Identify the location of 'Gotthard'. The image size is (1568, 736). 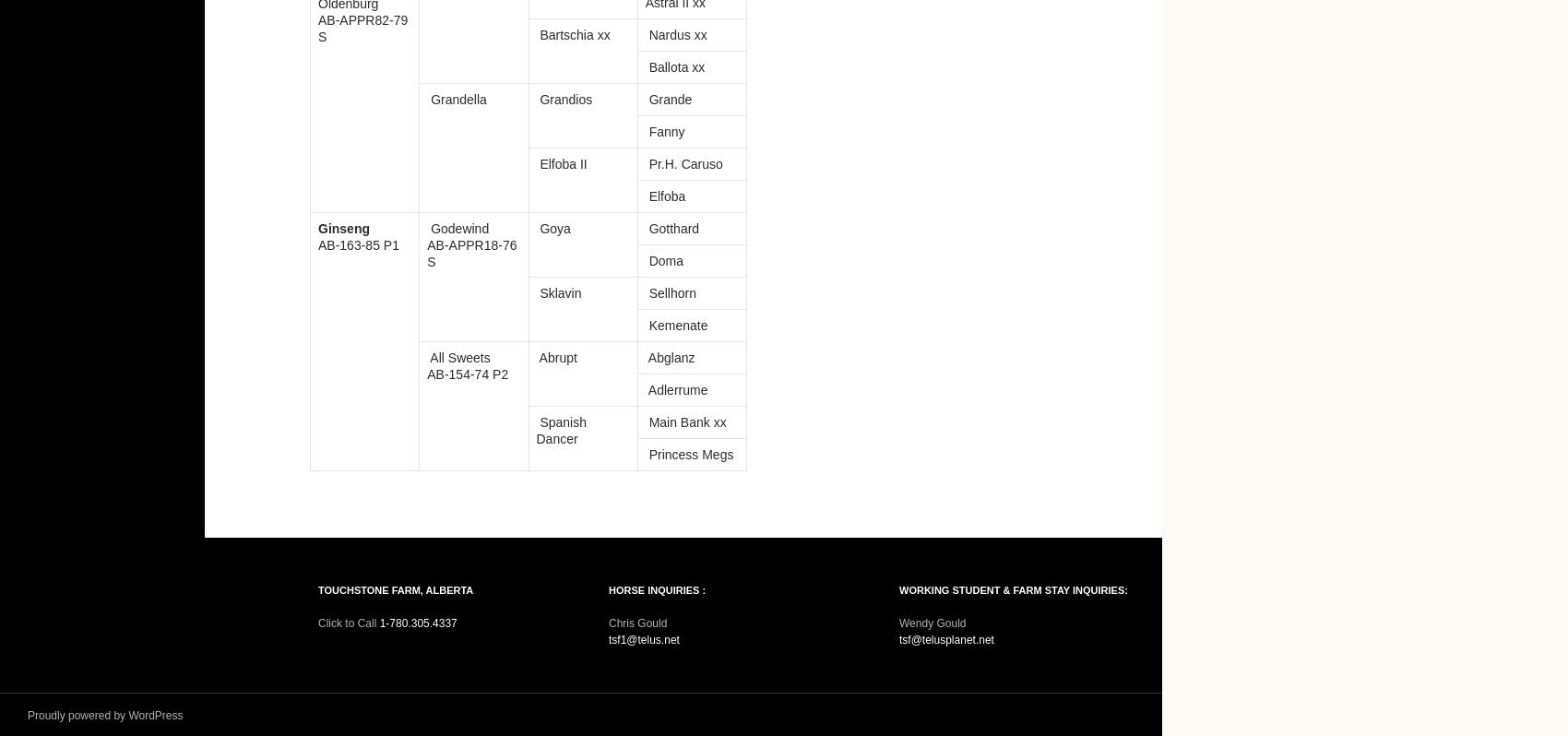
(645, 228).